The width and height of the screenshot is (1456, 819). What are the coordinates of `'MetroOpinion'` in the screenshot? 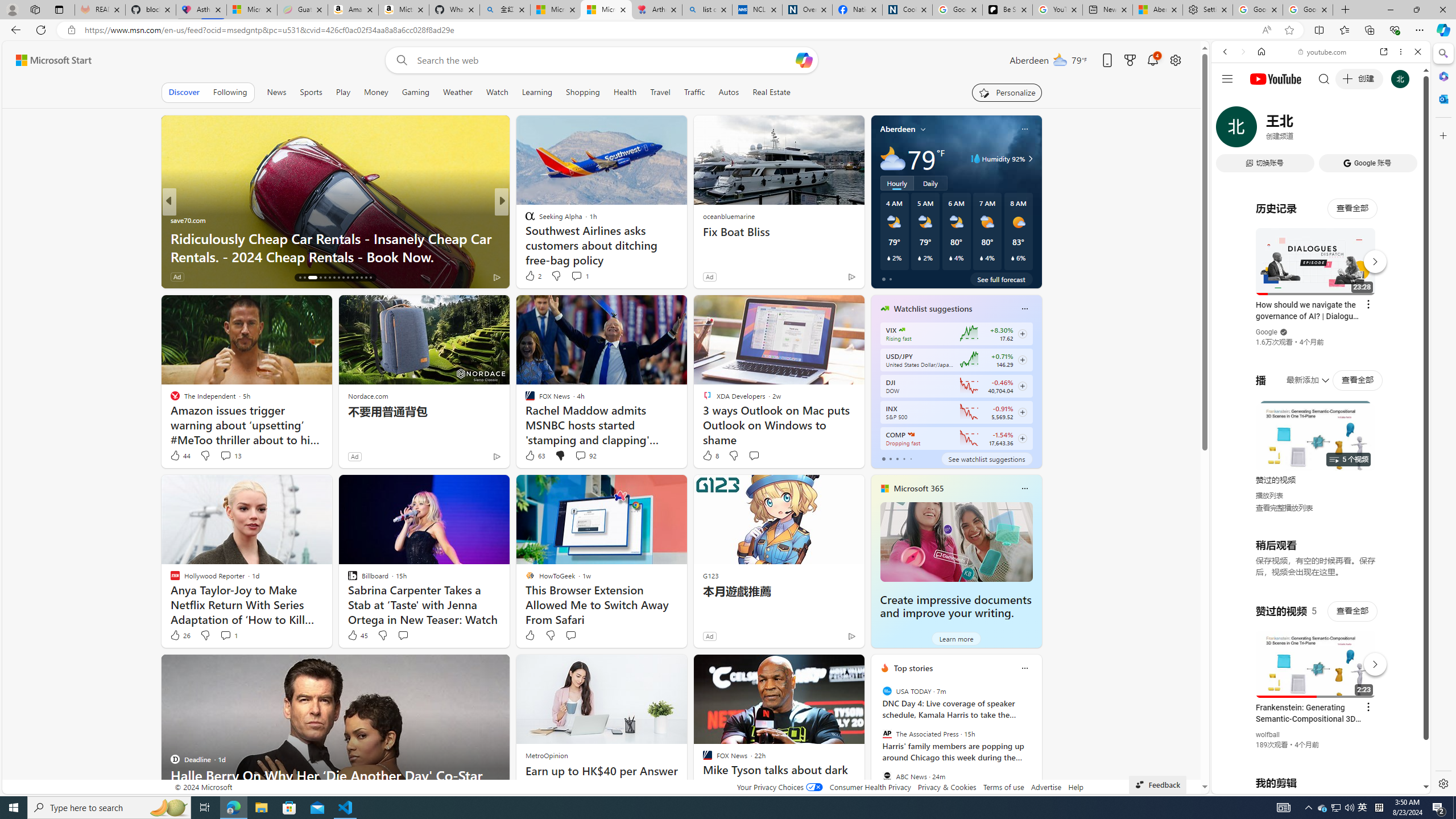 It's located at (547, 755).